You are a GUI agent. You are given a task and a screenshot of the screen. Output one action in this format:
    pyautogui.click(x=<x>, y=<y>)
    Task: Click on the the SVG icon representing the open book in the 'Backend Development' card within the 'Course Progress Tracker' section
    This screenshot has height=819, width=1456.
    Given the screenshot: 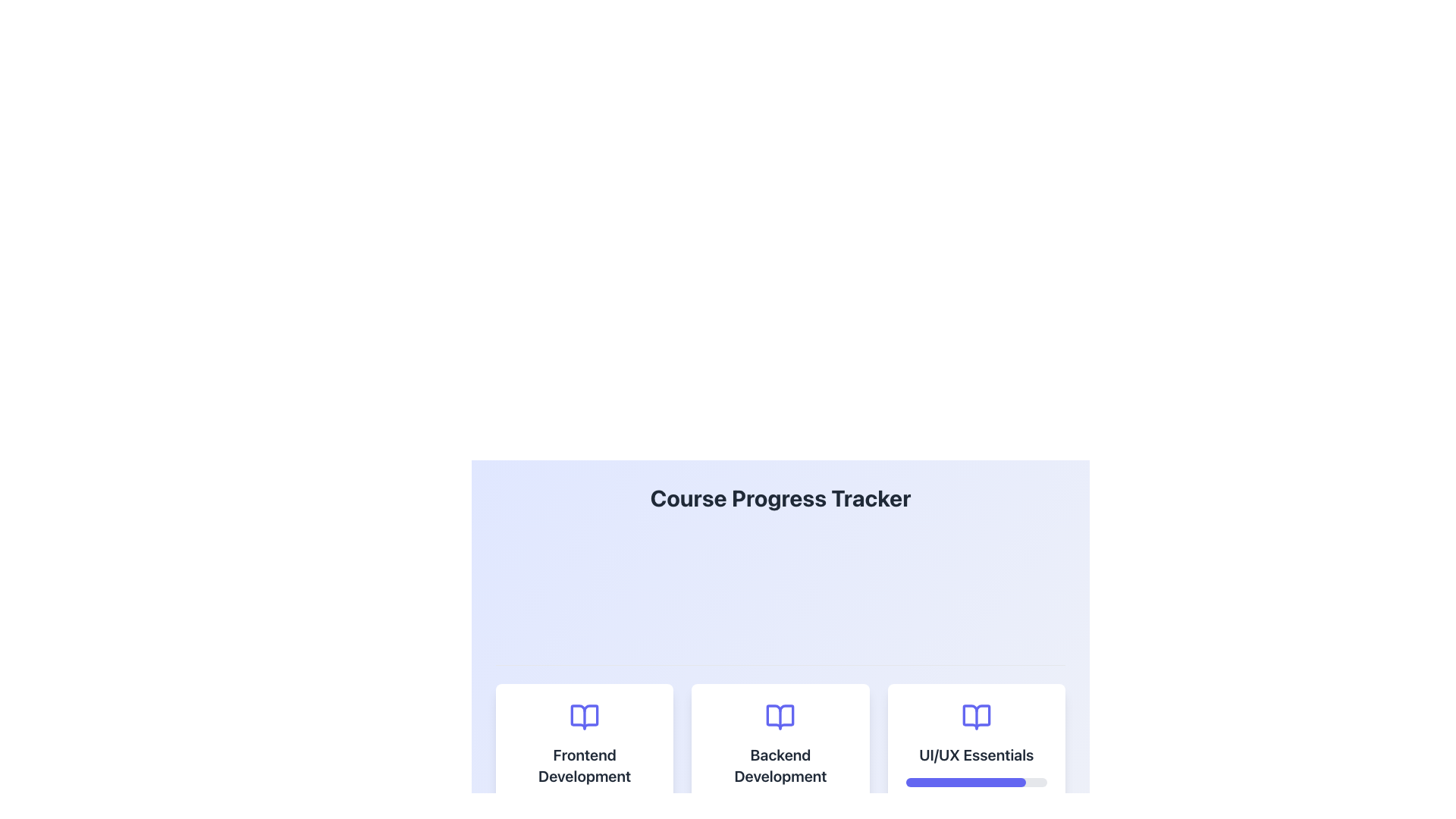 What is the action you would take?
    pyautogui.click(x=780, y=717)
    